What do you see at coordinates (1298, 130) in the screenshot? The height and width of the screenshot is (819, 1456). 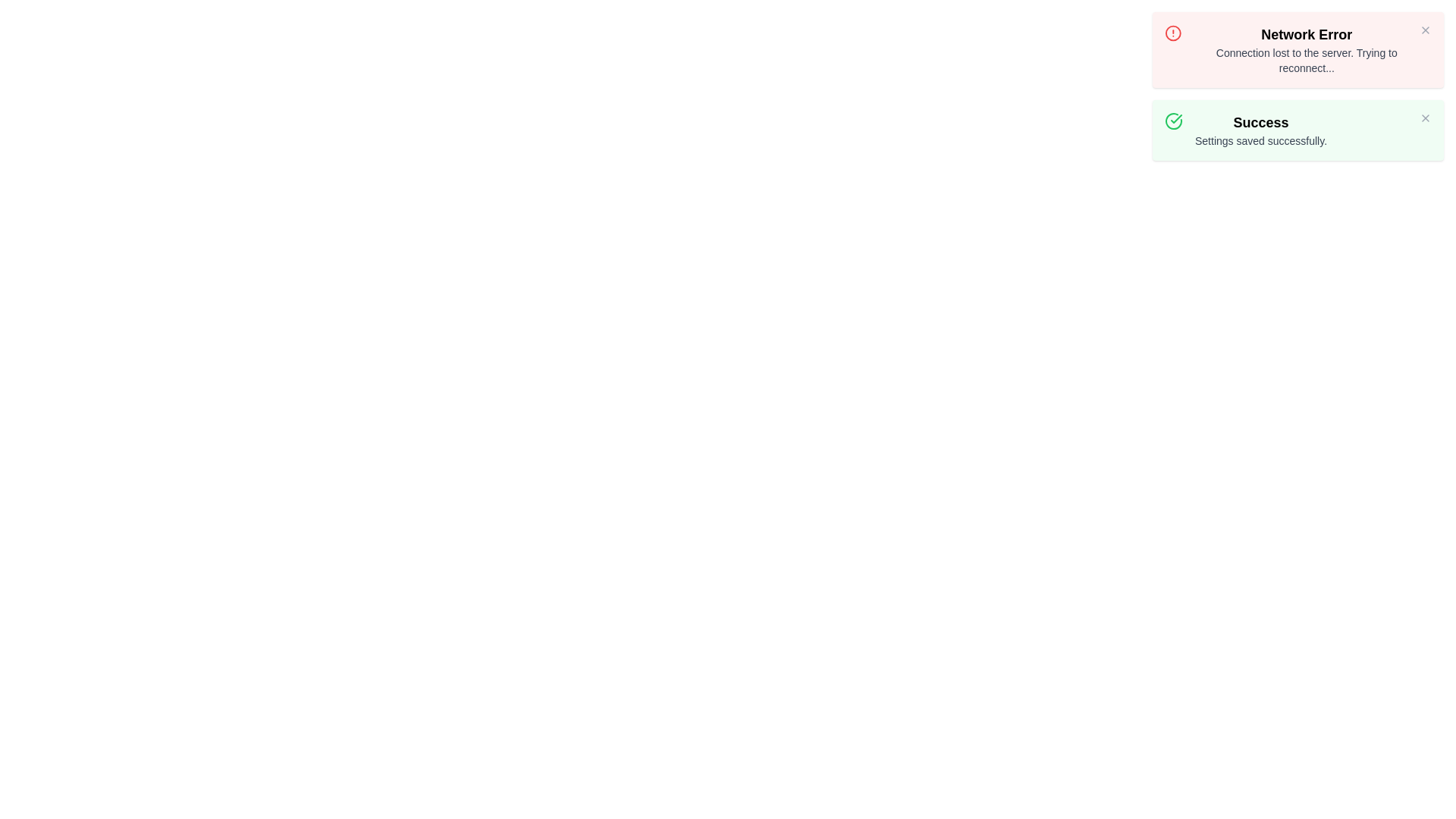 I see `notification message box indicating success, which has a light green background and contains the title 'Success' and the message 'Settings saved successfully.'` at bounding box center [1298, 130].